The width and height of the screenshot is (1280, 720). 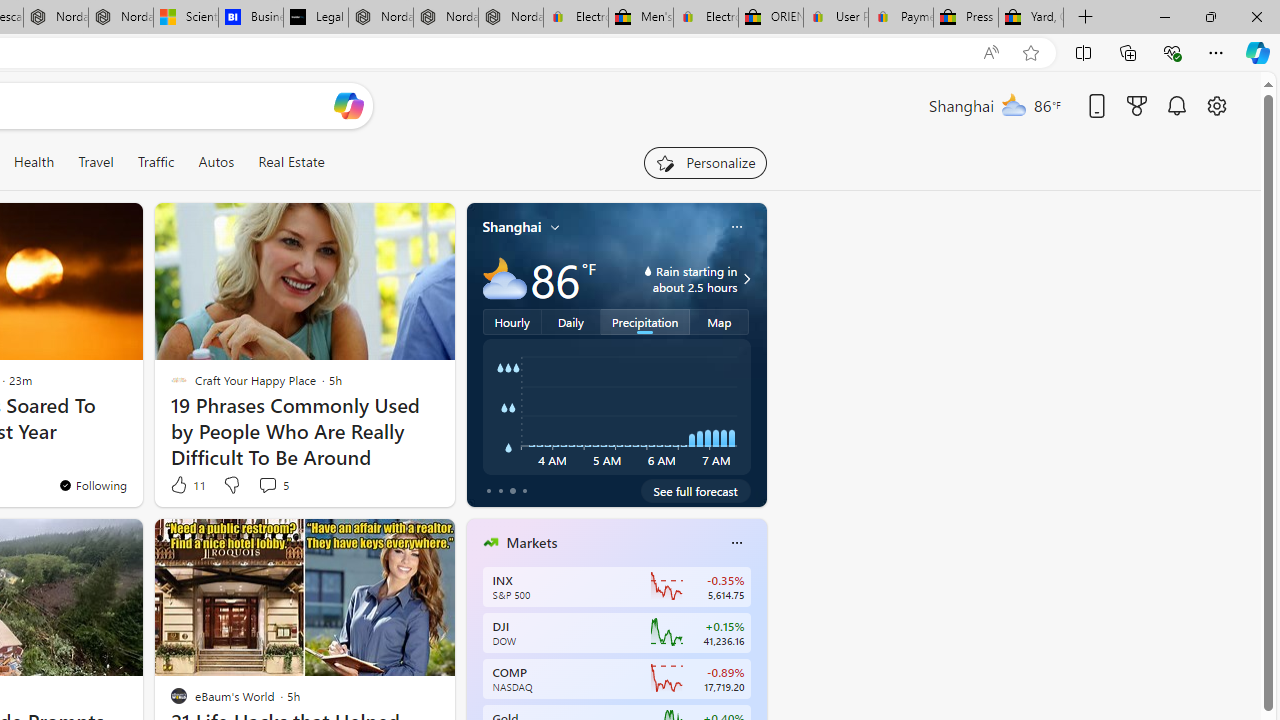 What do you see at coordinates (648, 270) in the screenshot?
I see `'water-drop-icon'` at bounding box center [648, 270].